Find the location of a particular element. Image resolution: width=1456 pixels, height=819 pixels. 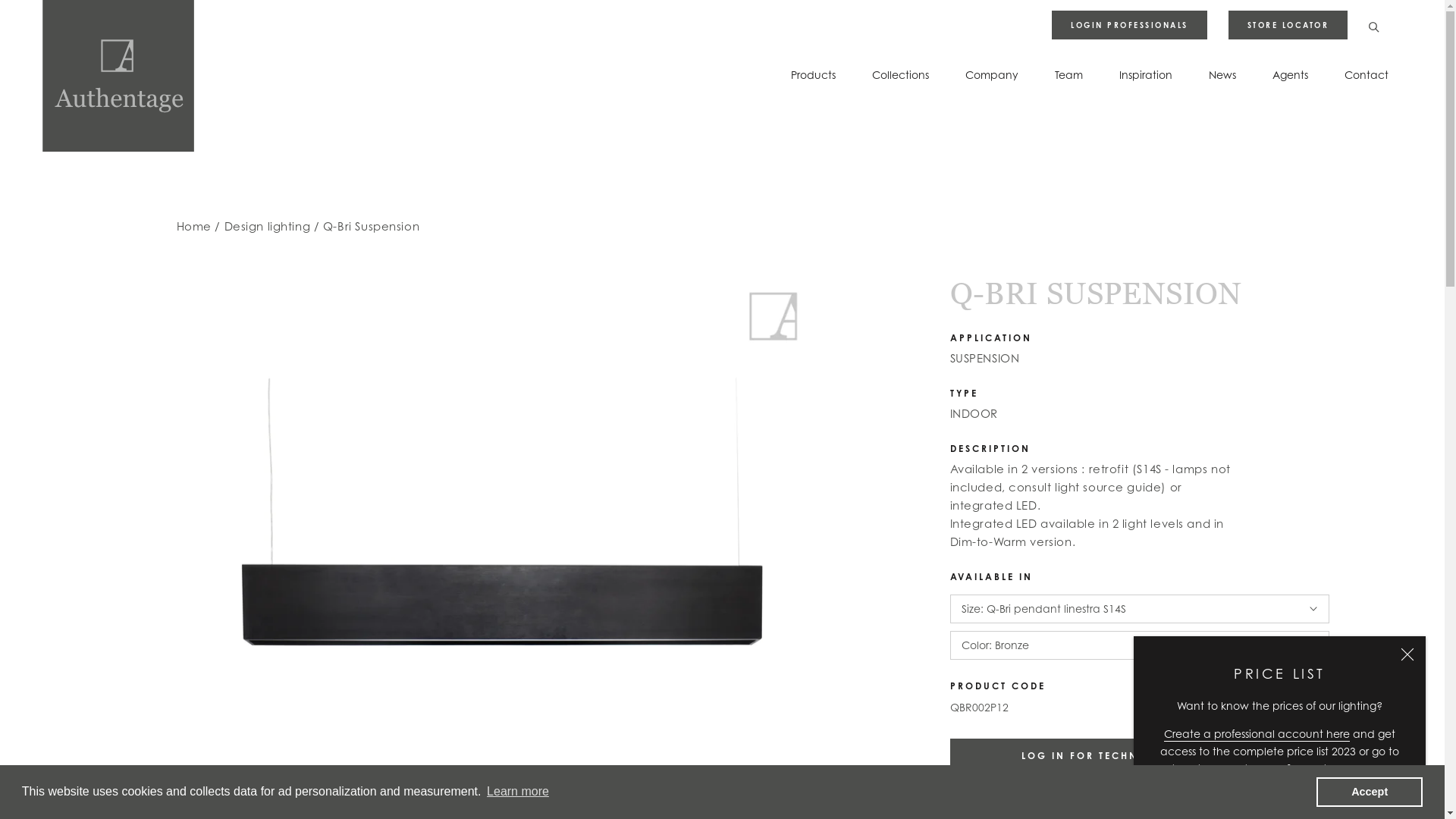

'Collections is located at coordinates (900, 74).